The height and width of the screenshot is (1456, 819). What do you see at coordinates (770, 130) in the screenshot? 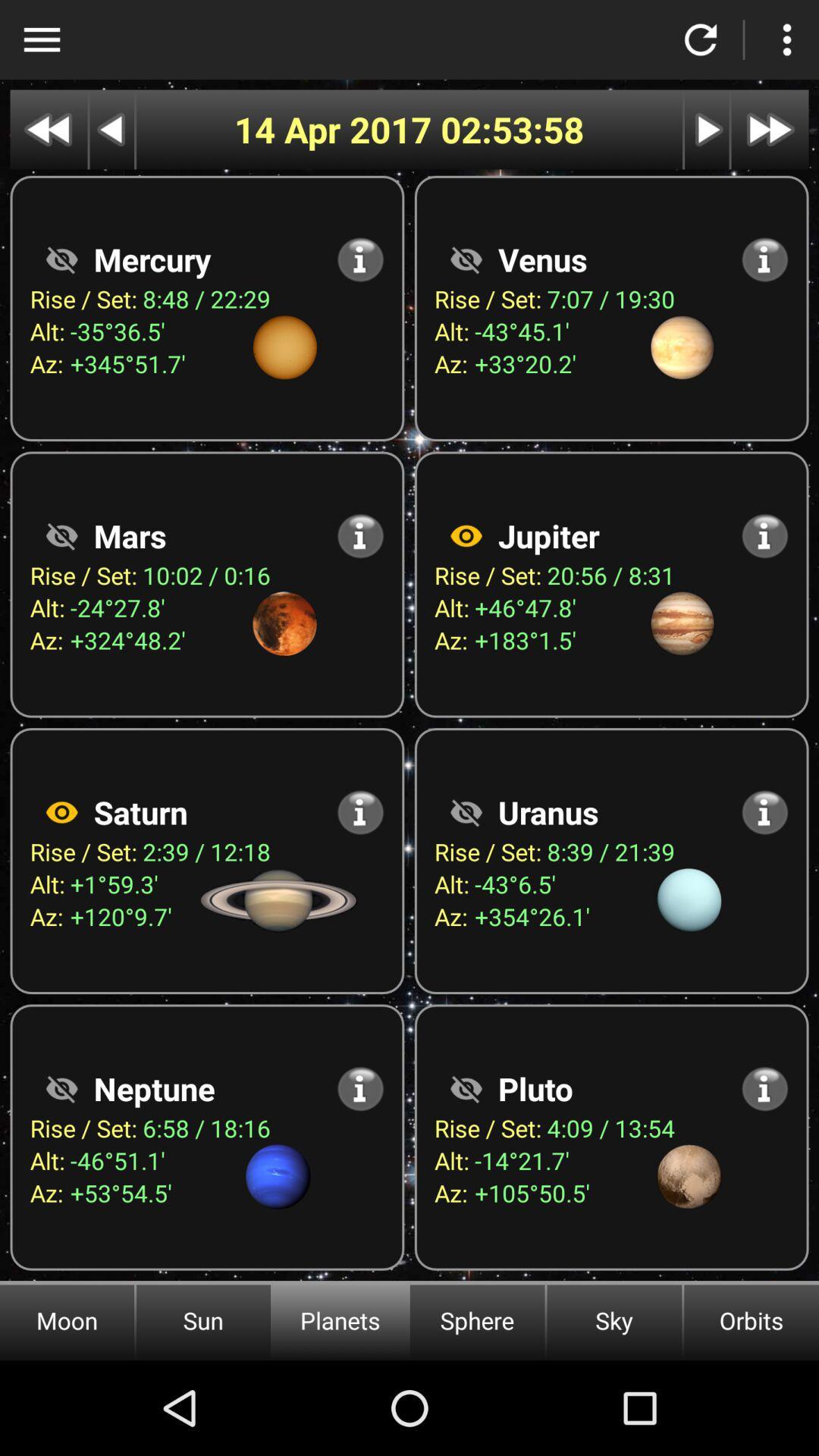
I see `the latest page` at bounding box center [770, 130].